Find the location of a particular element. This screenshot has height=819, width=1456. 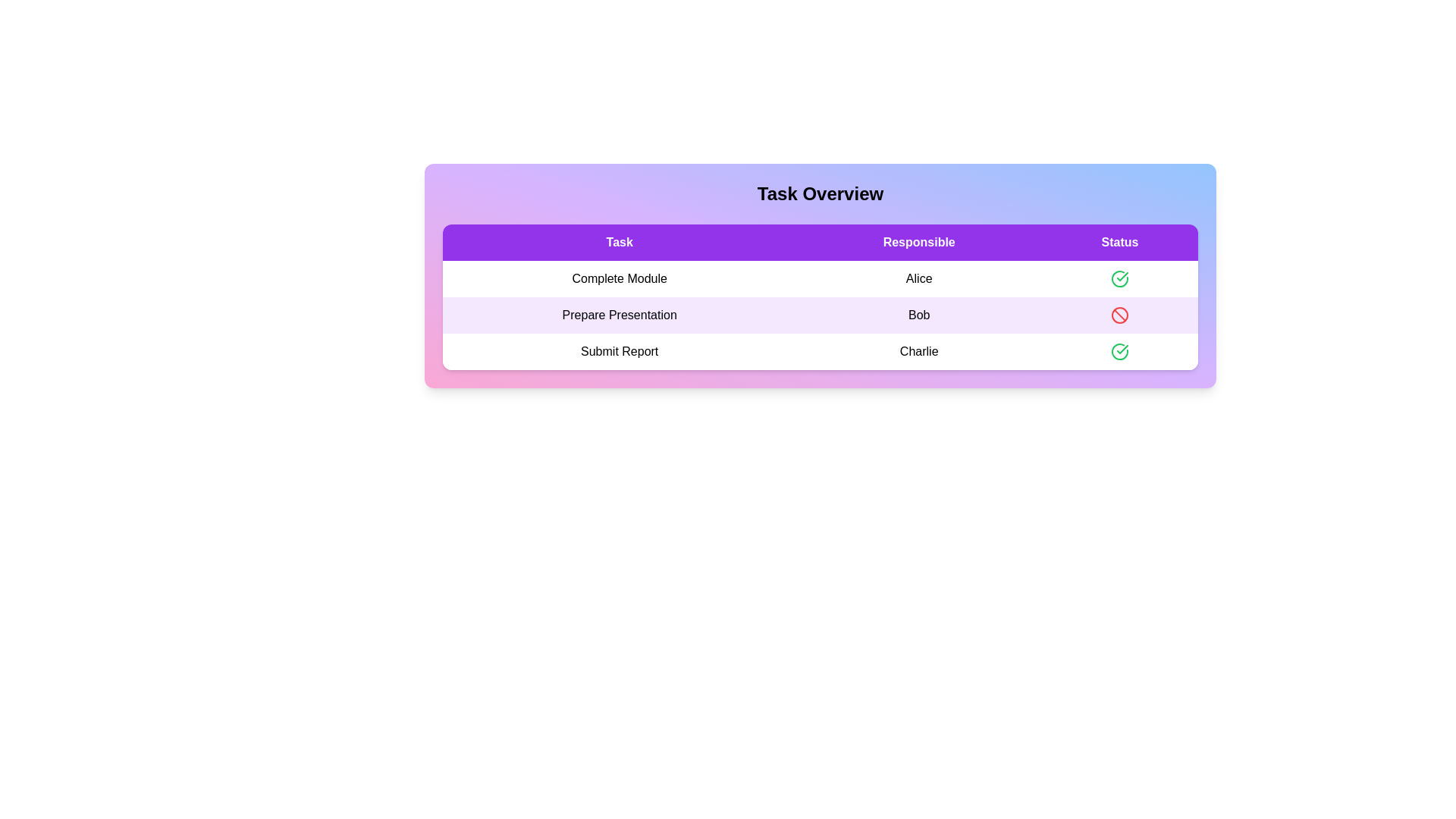

the 'Status' text label located at the top-right of the tabular area with a purple background and white text is located at coordinates (1120, 242).